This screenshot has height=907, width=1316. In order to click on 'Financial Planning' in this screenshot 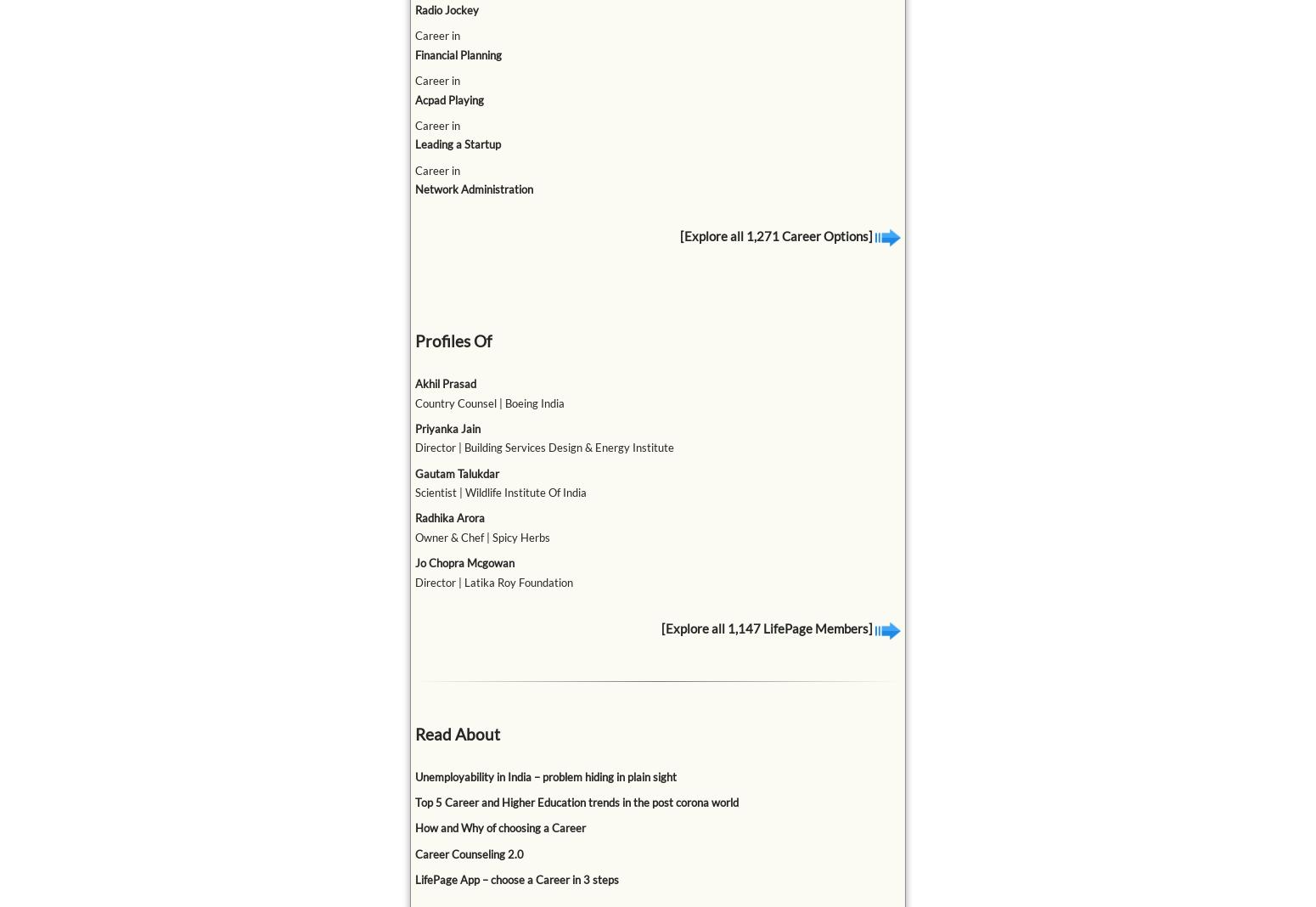, I will do `click(456, 53)`.